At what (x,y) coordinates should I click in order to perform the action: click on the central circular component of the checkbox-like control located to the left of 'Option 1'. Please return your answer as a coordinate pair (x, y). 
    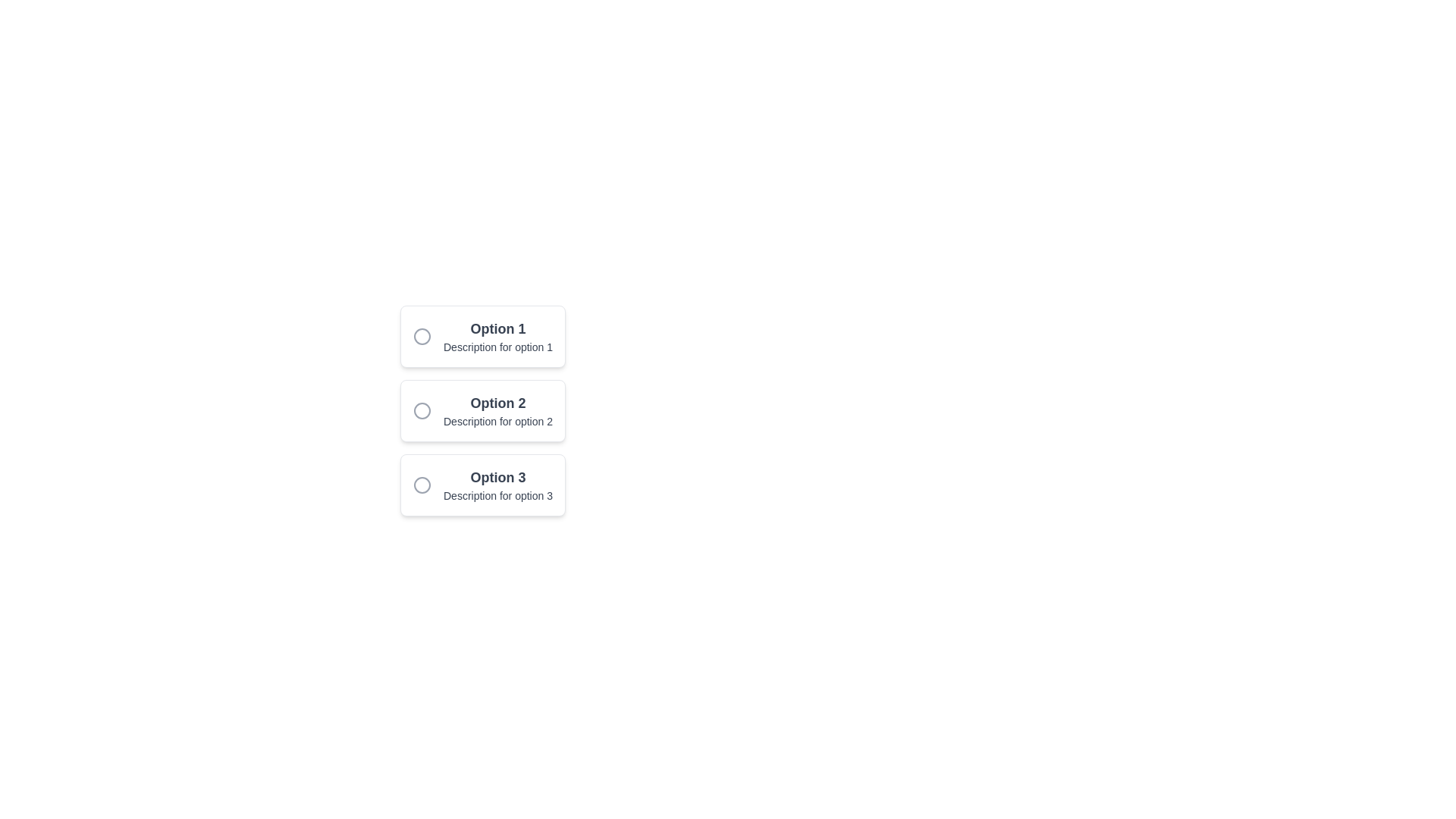
    Looking at the image, I should click on (422, 335).